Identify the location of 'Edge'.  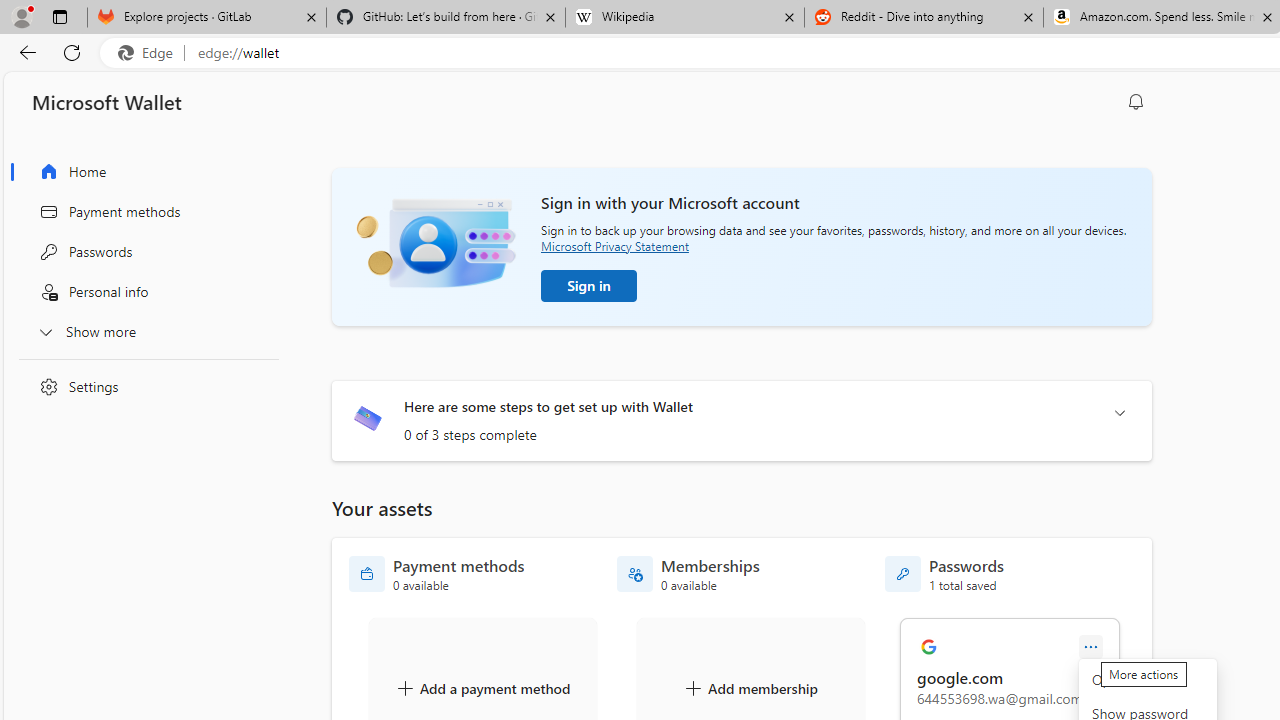
(149, 52).